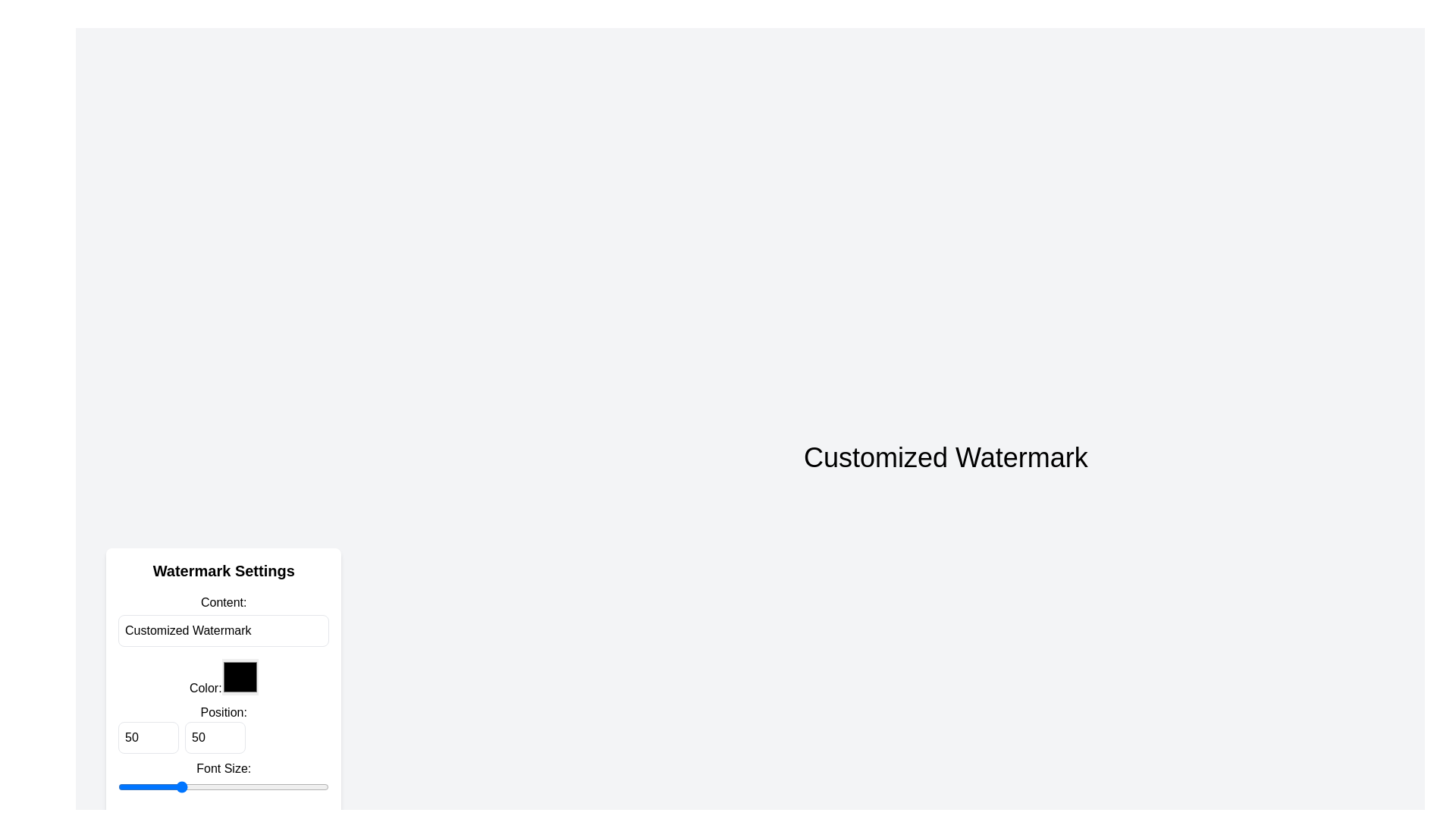 The height and width of the screenshot is (819, 1456). What do you see at coordinates (293, 786) in the screenshot?
I see `the font size` at bounding box center [293, 786].